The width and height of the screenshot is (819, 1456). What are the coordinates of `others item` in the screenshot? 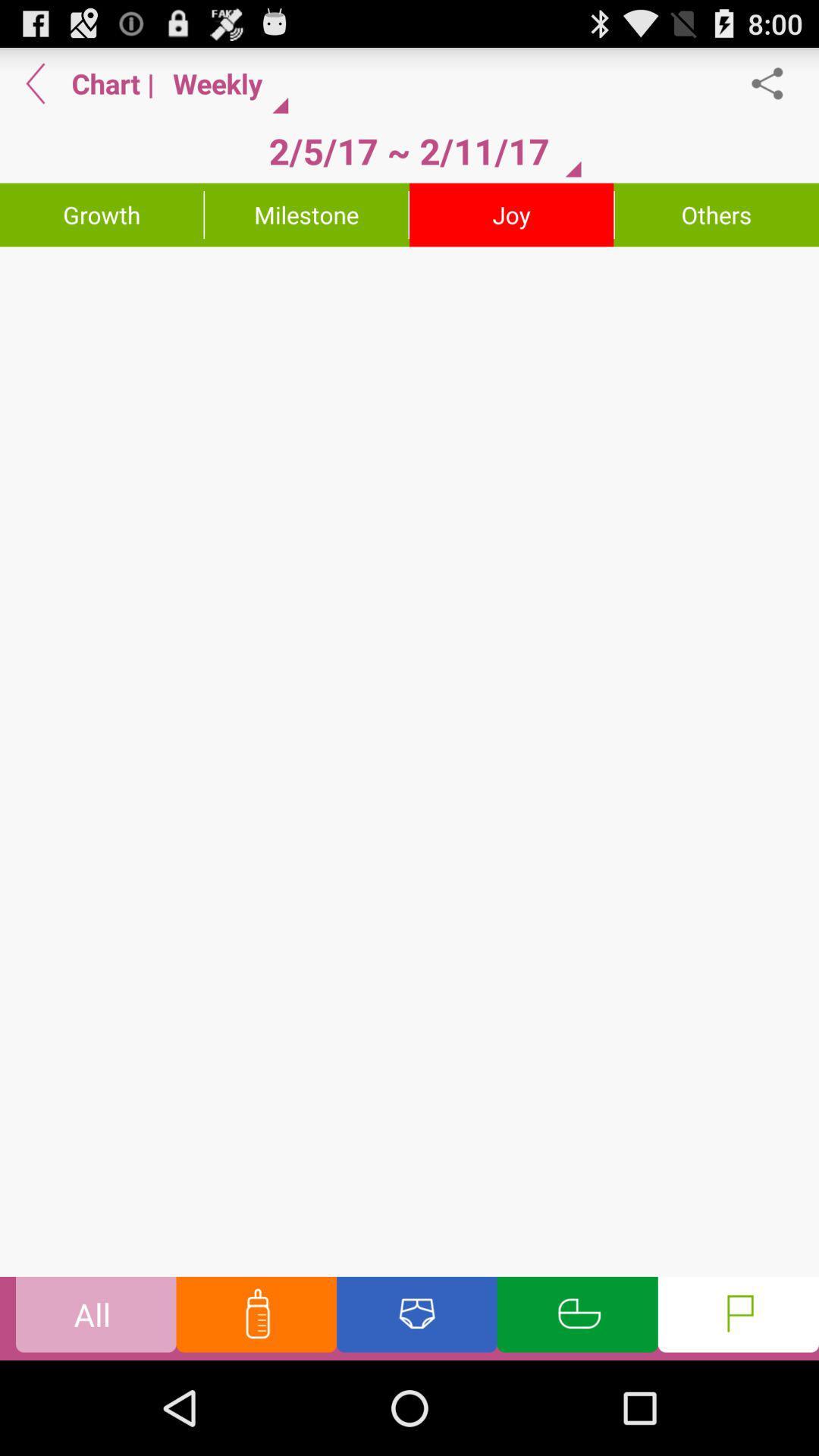 It's located at (717, 214).